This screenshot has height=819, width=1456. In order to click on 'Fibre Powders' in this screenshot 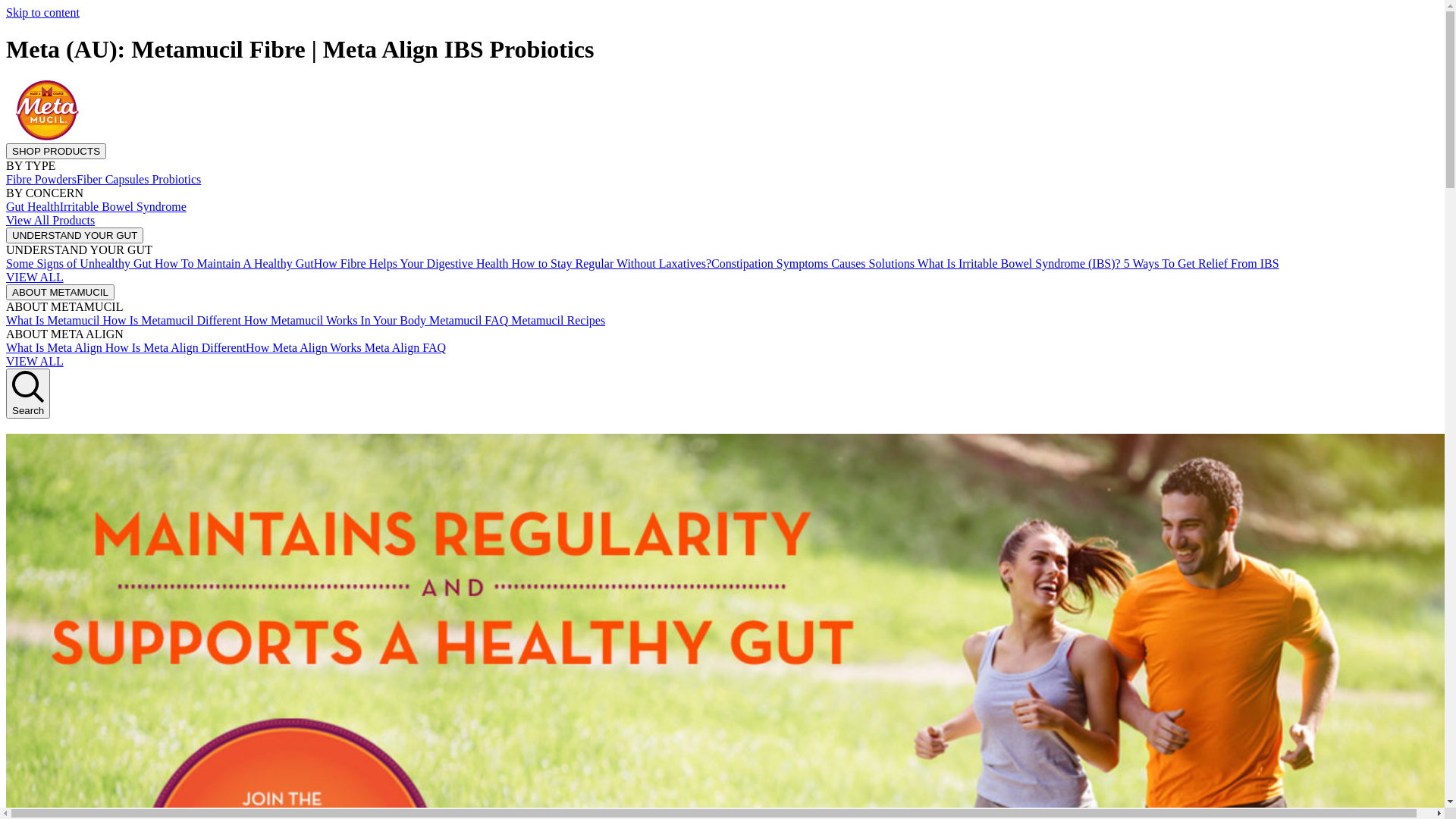, I will do `click(6, 178)`.